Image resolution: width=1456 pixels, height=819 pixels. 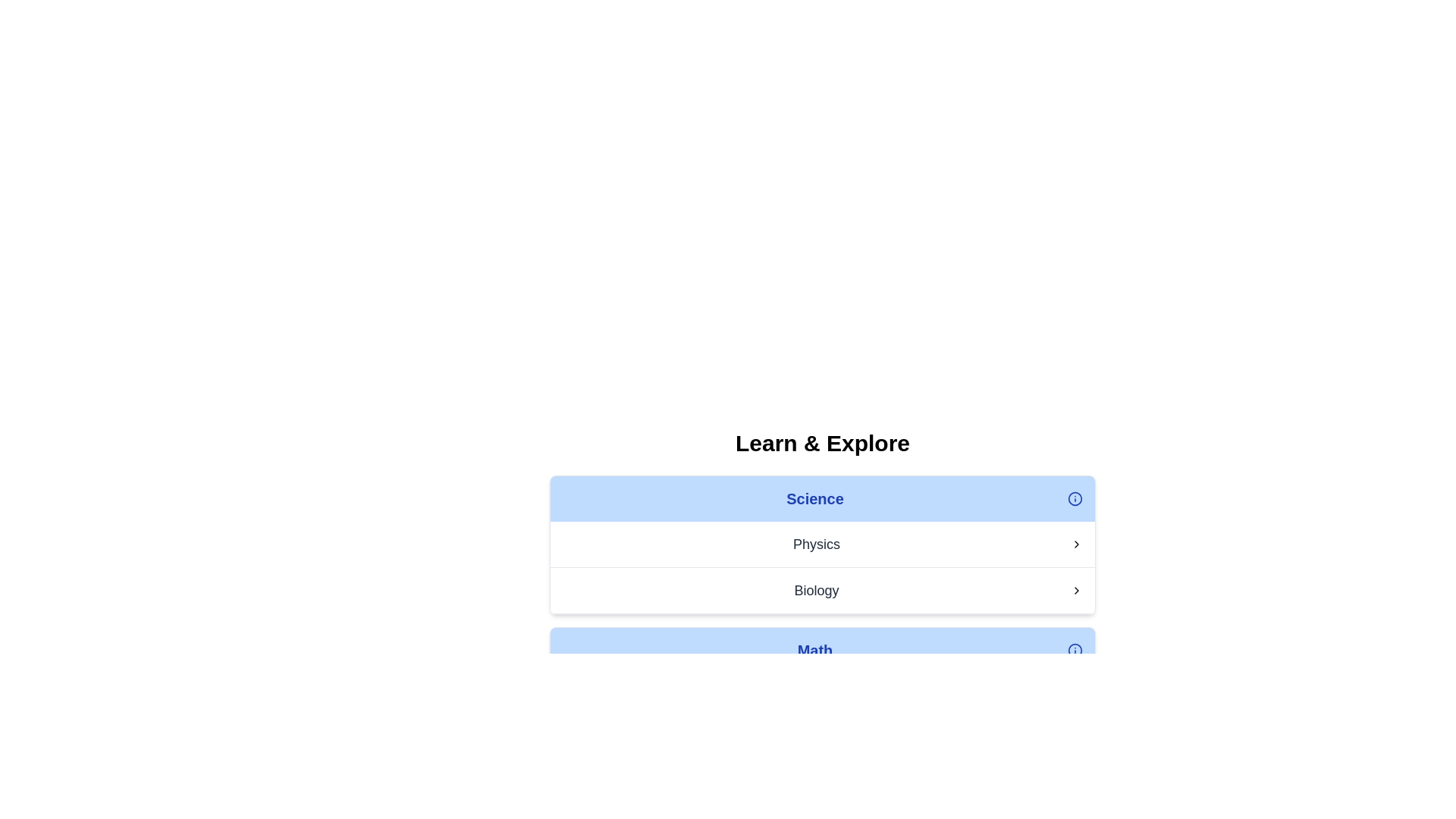 What do you see at coordinates (821, 558) in the screenshot?
I see `the interactive list item for 'Physics', which is the second item under the 'Learn & Explore' section` at bounding box center [821, 558].